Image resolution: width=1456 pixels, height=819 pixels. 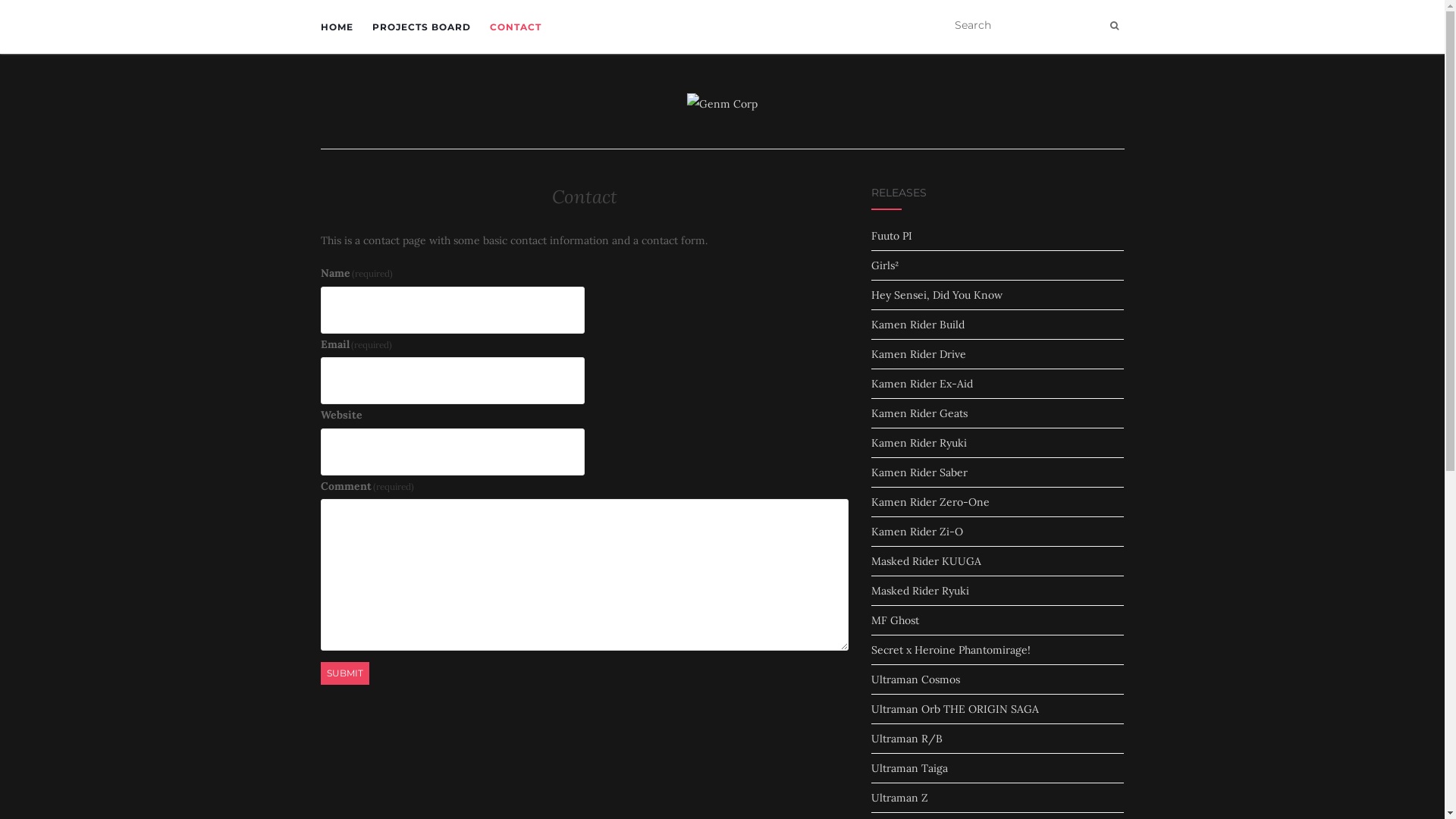 I want to click on 'HOME', so click(x=335, y=27).